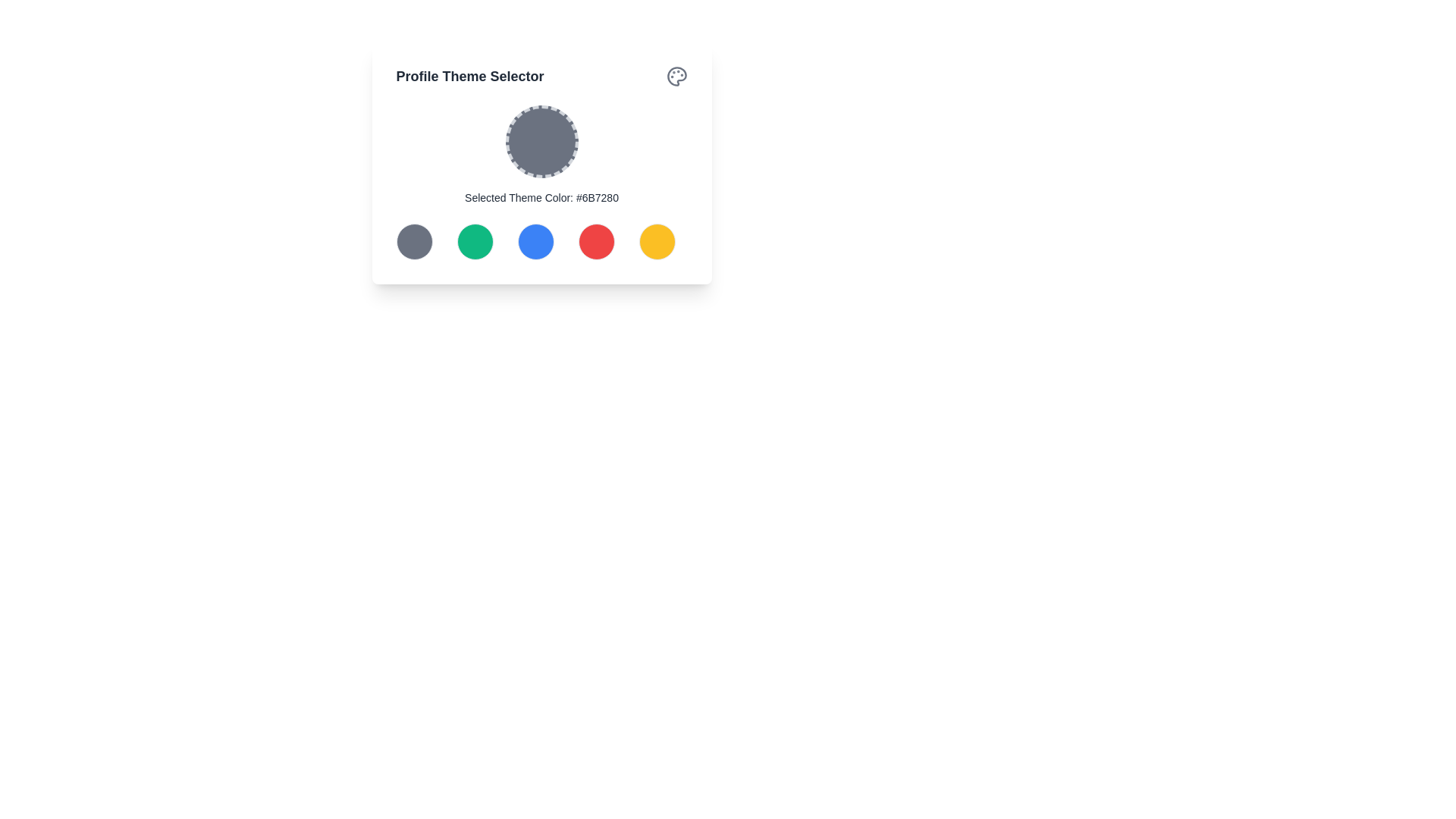 This screenshot has width=1456, height=819. Describe the element at coordinates (469, 76) in the screenshot. I see `the heading text that introduces the 'Profile Theme Selector', which is centrally aligned with an adjacent icon and positioned at the top-left corner of the card section` at that location.